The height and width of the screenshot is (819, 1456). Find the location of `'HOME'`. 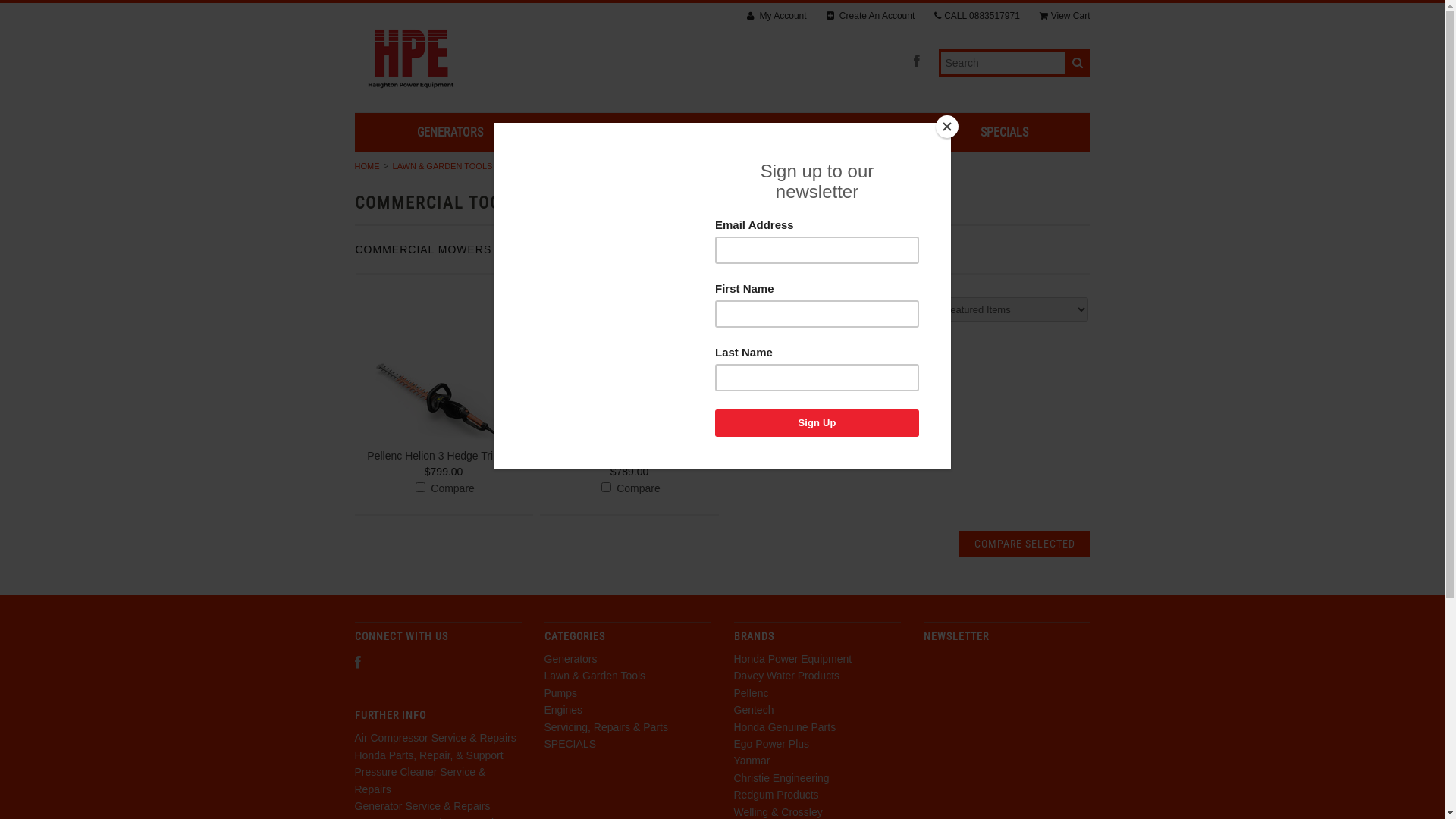

'HOME' is located at coordinates (367, 166).